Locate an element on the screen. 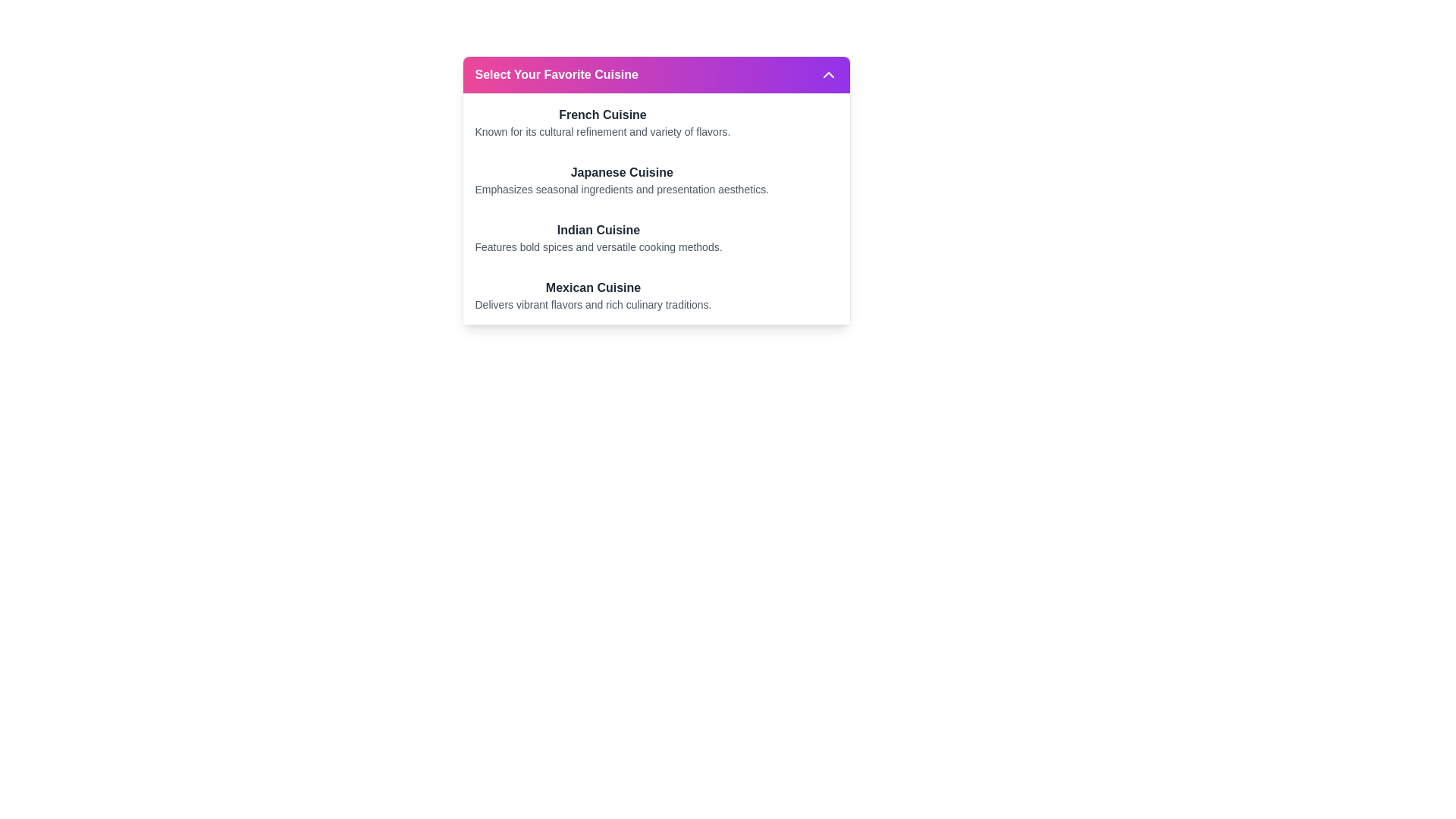  description of the text block that states 'Delivers vibrant flavors and rich culinary traditions.' under the bold heading 'Mexican Cuisine' is located at coordinates (656, 295).